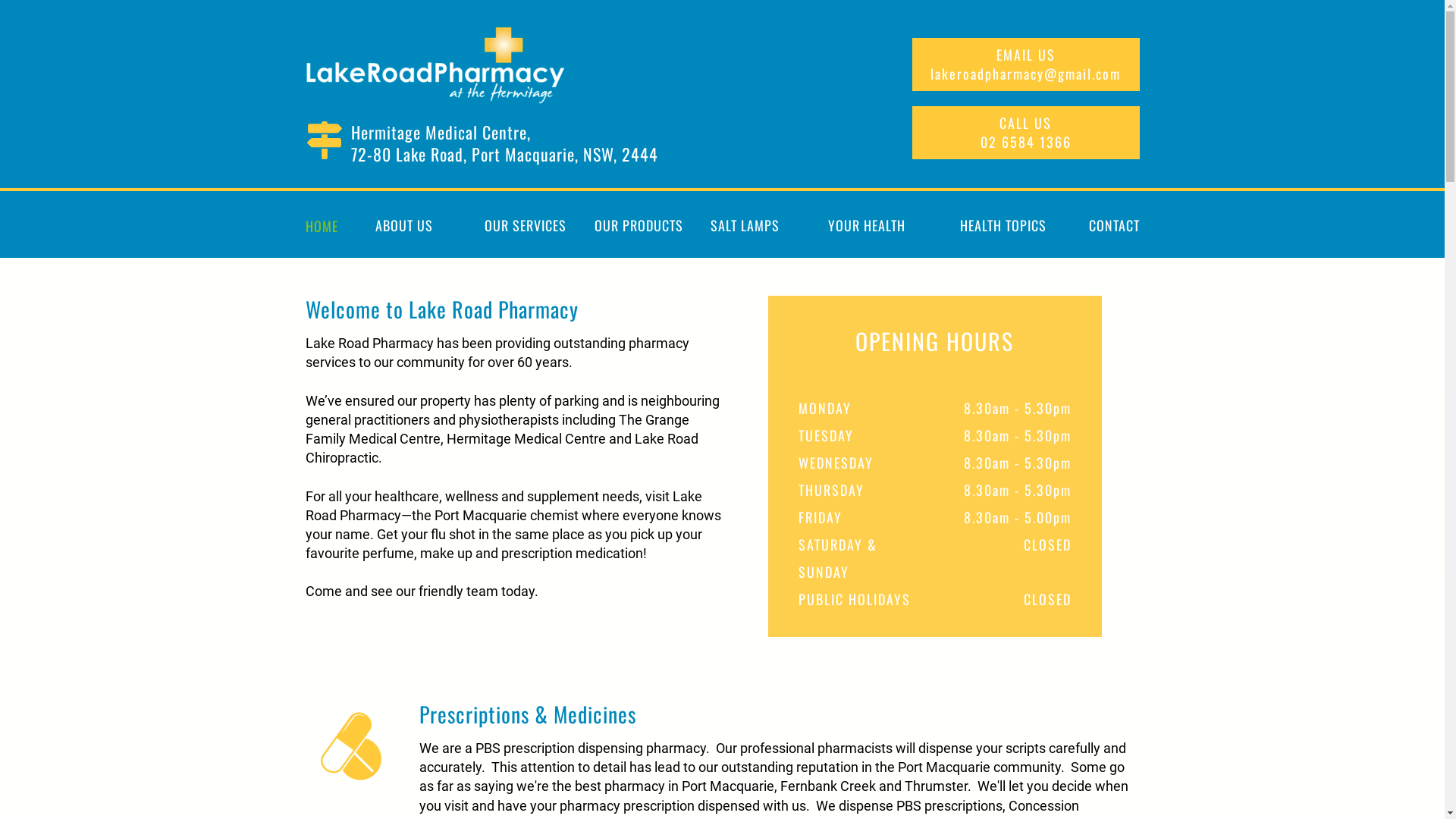 This screenshot has width=1456, height=819. I want to click on 'CONTACT', so click(1109, 225).